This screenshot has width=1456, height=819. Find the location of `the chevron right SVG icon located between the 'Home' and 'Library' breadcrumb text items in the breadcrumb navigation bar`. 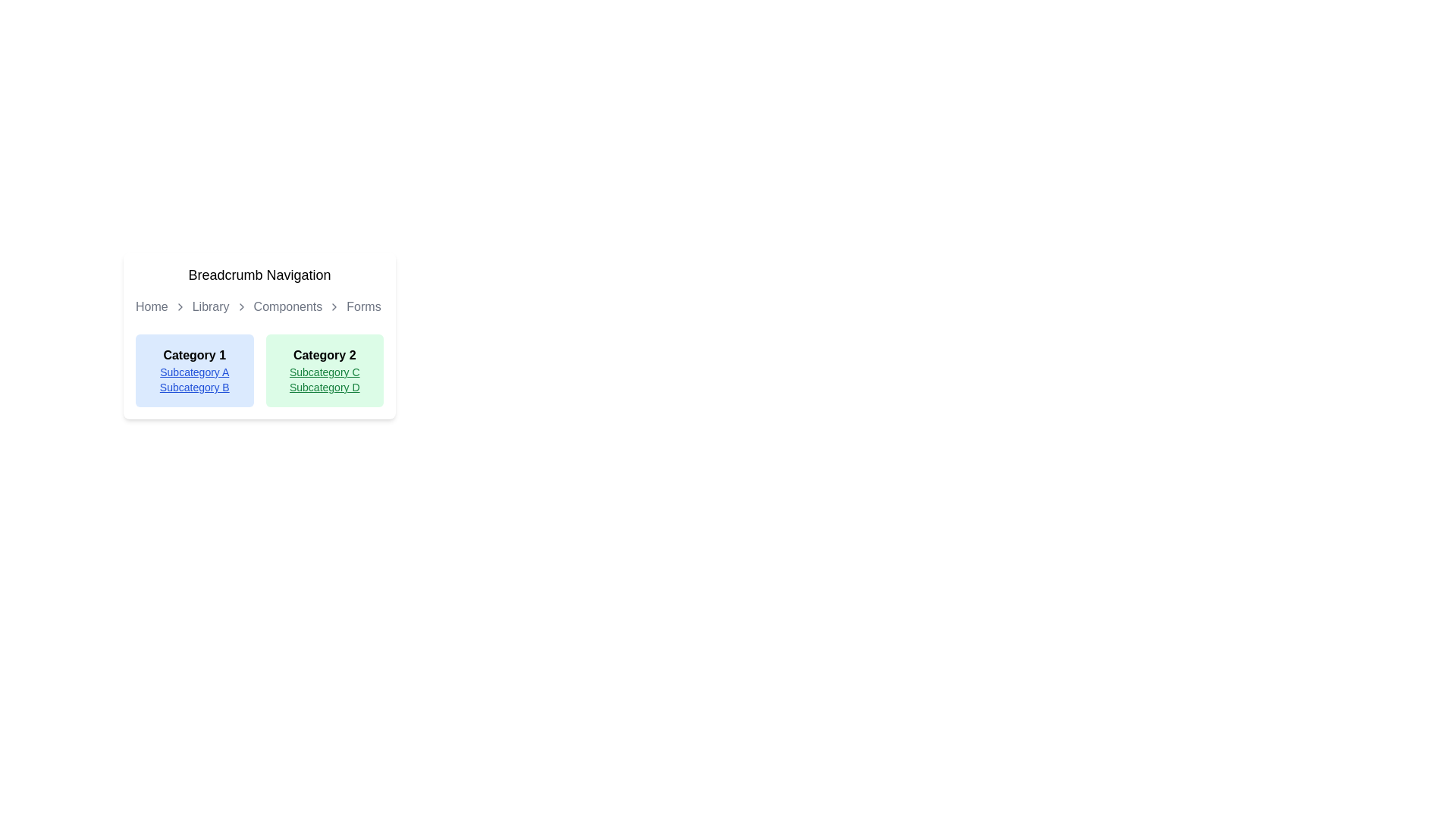

the chevron right SVG icon located between the 'Home' and 'Library' breadcrumb text items in the breadcrumb navigation bar is located at coordinates (180, 307).